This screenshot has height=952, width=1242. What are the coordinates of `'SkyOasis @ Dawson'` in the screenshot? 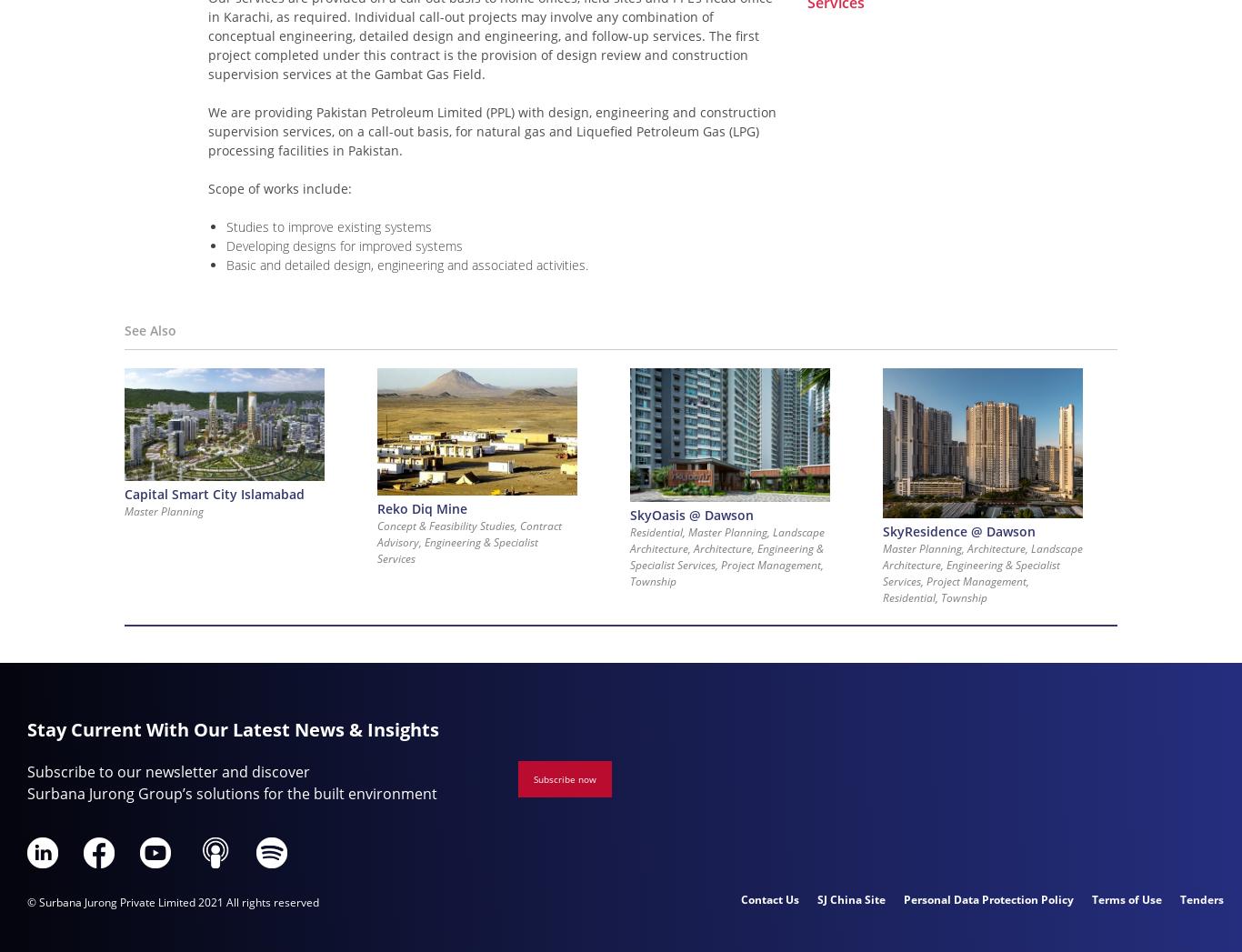 It's located at (691, 514).